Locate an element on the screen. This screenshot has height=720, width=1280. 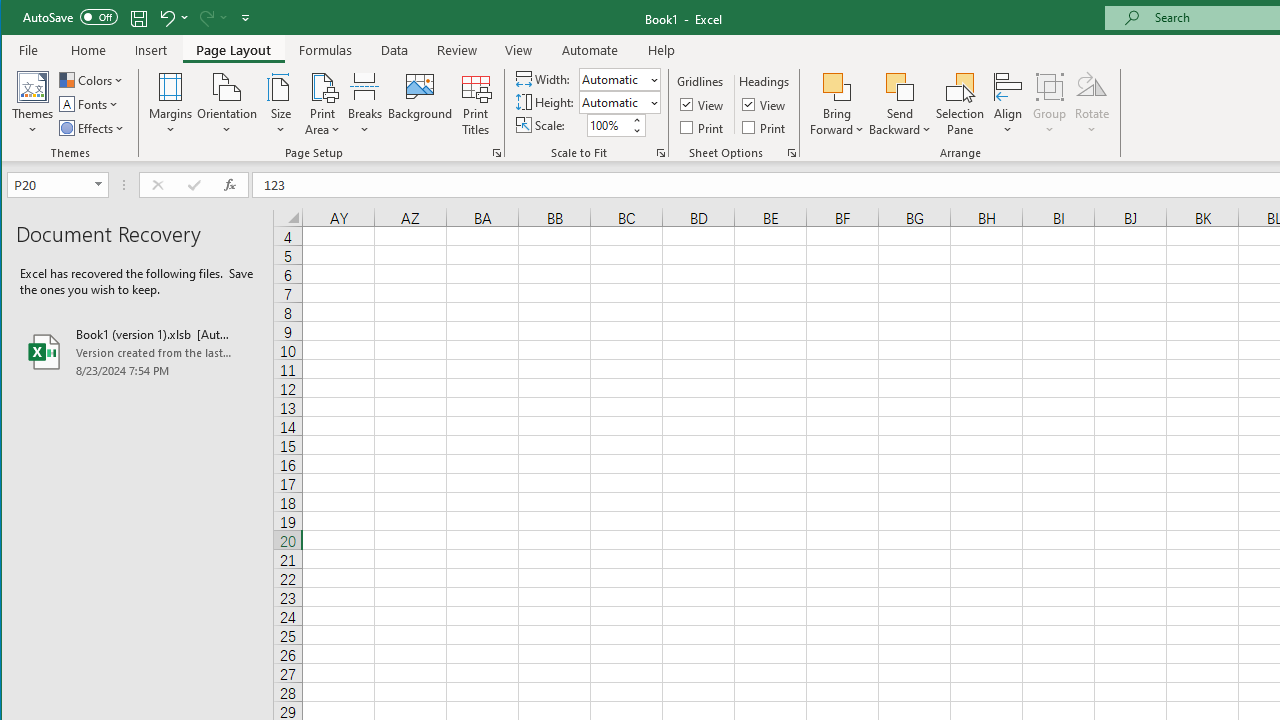
'Page Layout' is located at coordinates (233, 49).